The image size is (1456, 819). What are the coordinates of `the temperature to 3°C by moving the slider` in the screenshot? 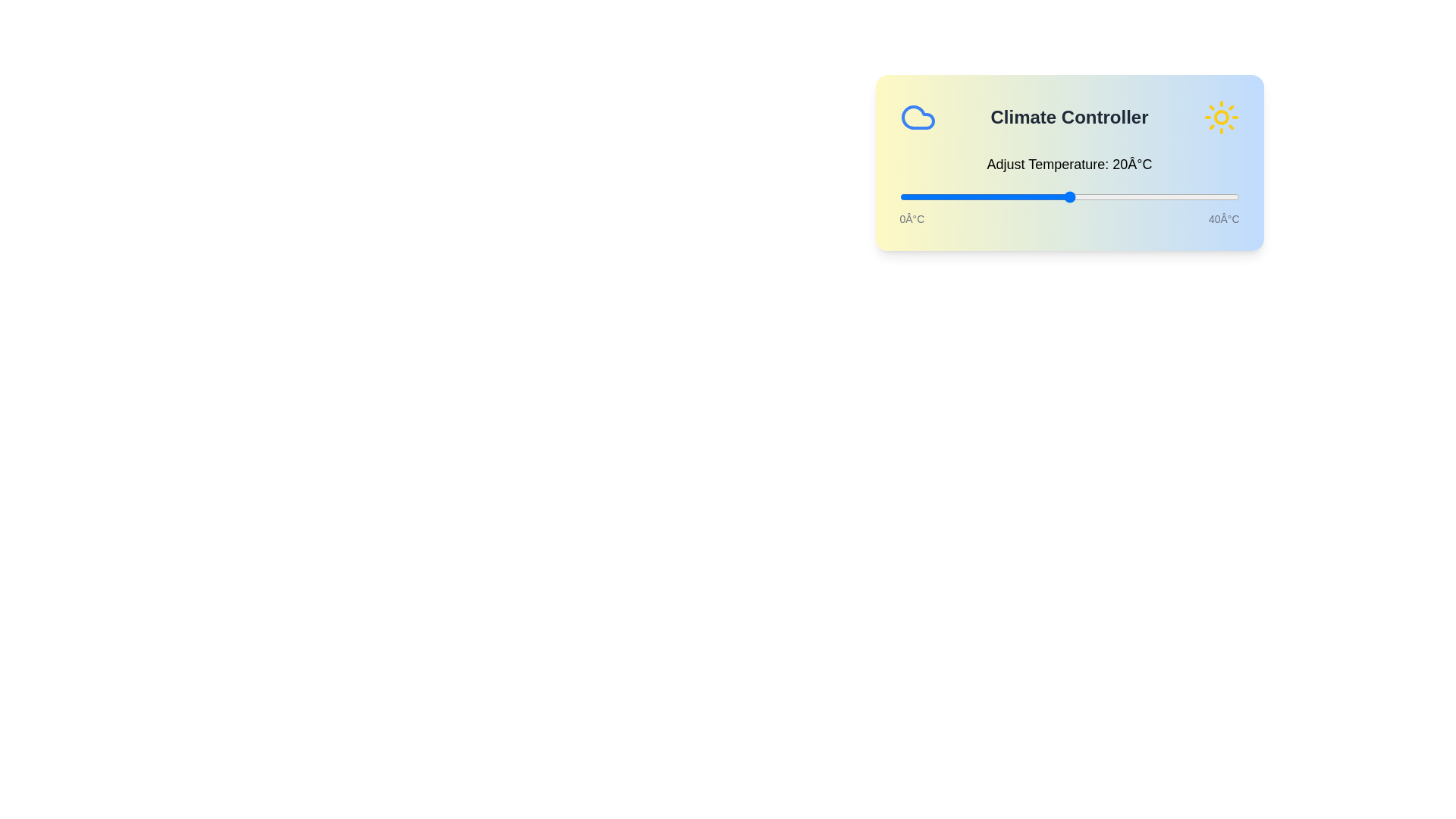 It's located at (924, 196).